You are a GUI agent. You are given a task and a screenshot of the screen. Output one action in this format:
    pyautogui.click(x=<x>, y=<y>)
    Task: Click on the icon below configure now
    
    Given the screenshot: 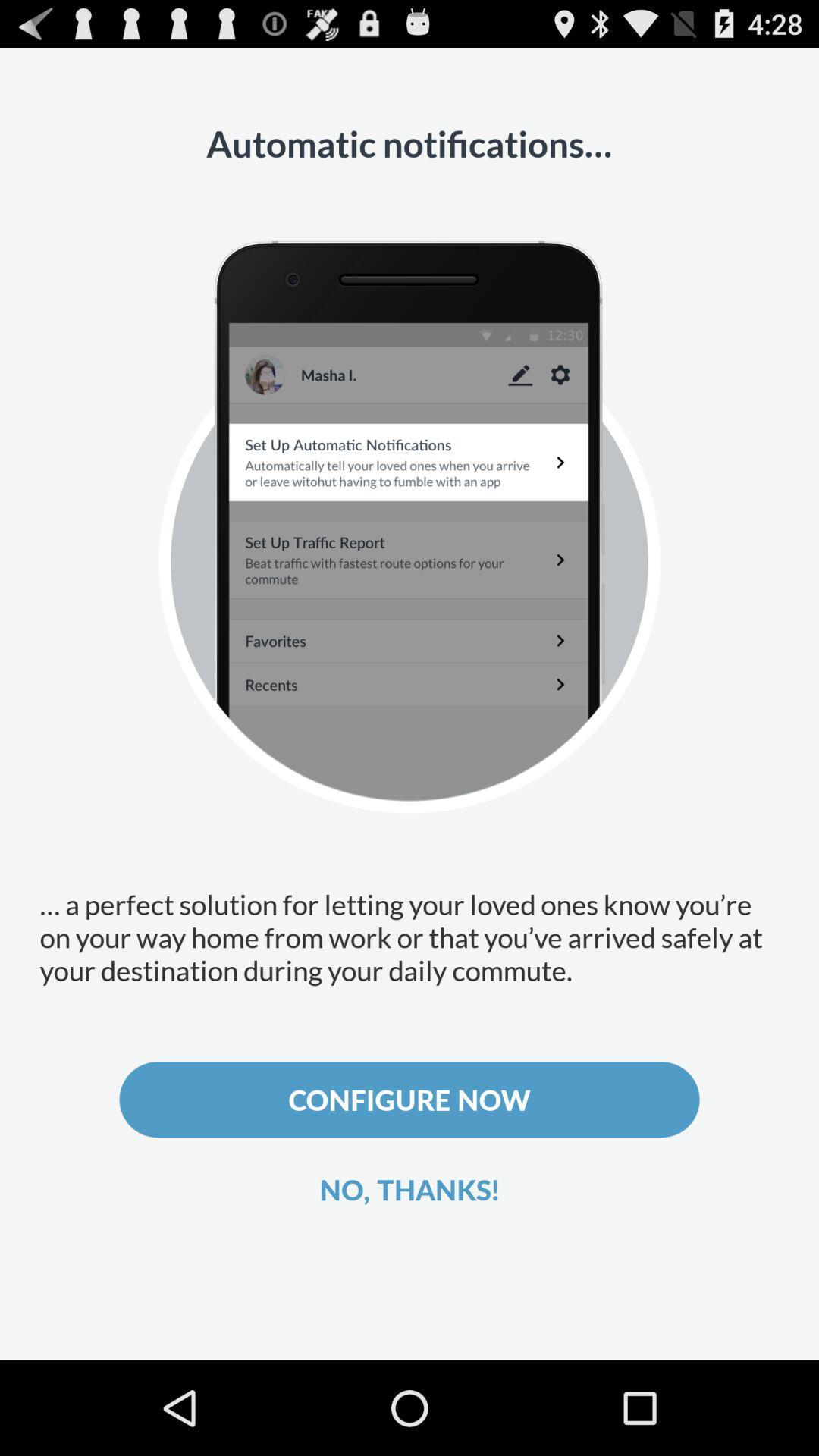 What is the action you would take?
    pyautogui.click(x=409, y=1188)
    